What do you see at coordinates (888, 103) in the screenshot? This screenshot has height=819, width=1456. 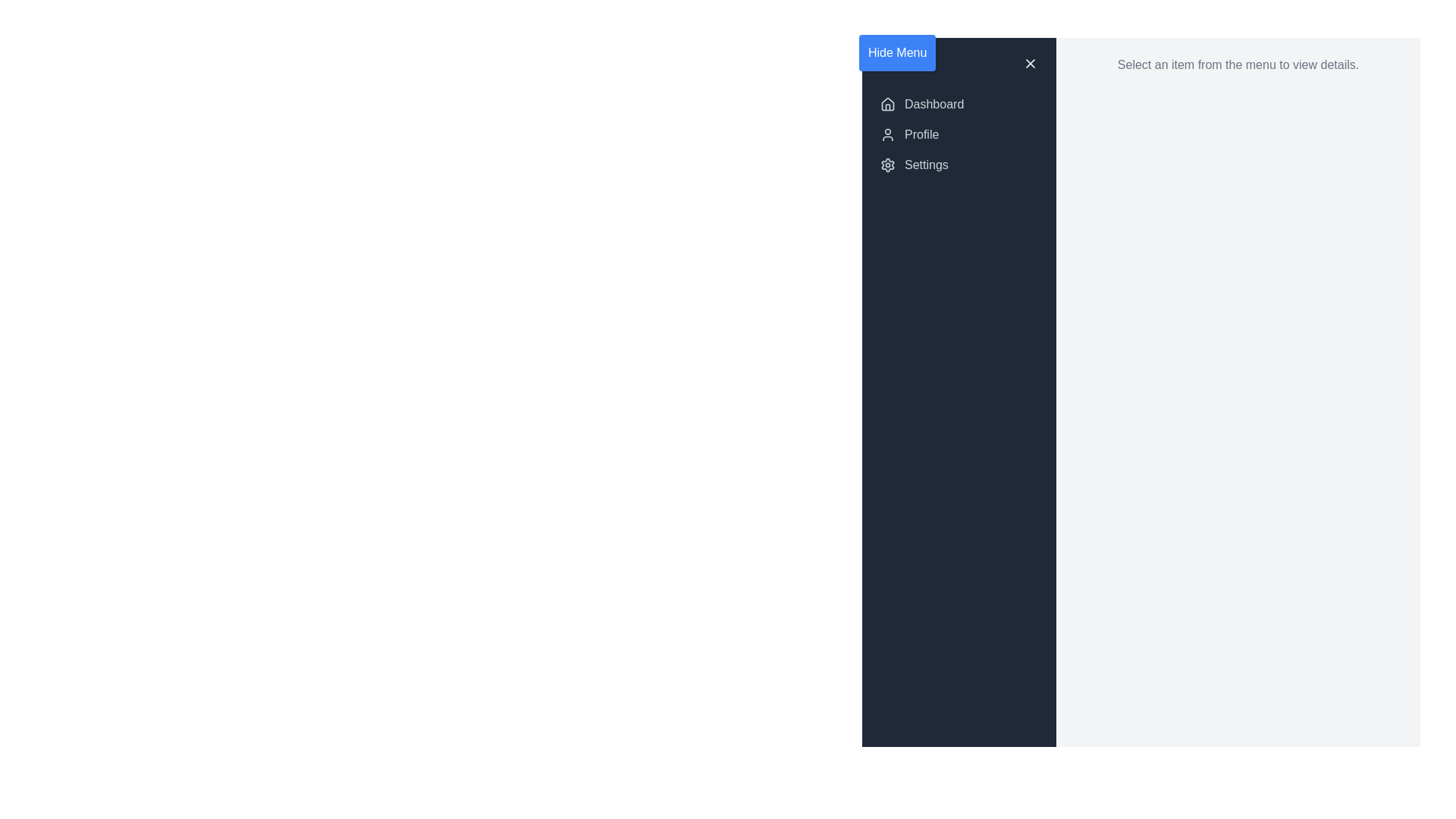 I see `stylized house icon in the left-side navigation menu that corresponds to the 'Dashboard' label using developer tools` at bounding box center [888, 103].